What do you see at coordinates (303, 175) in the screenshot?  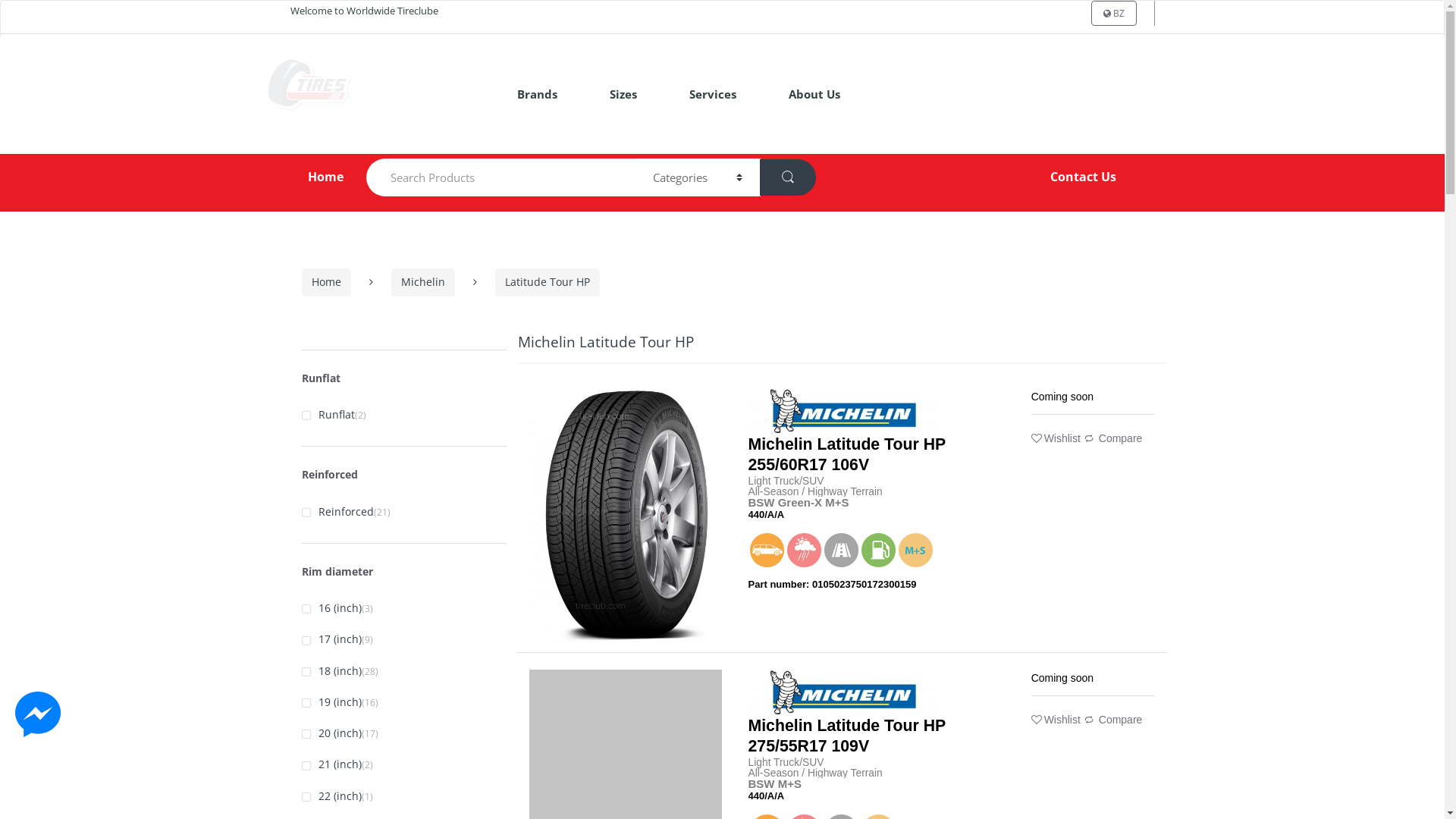 I see `'Home'` at bounding box center [303, 175].